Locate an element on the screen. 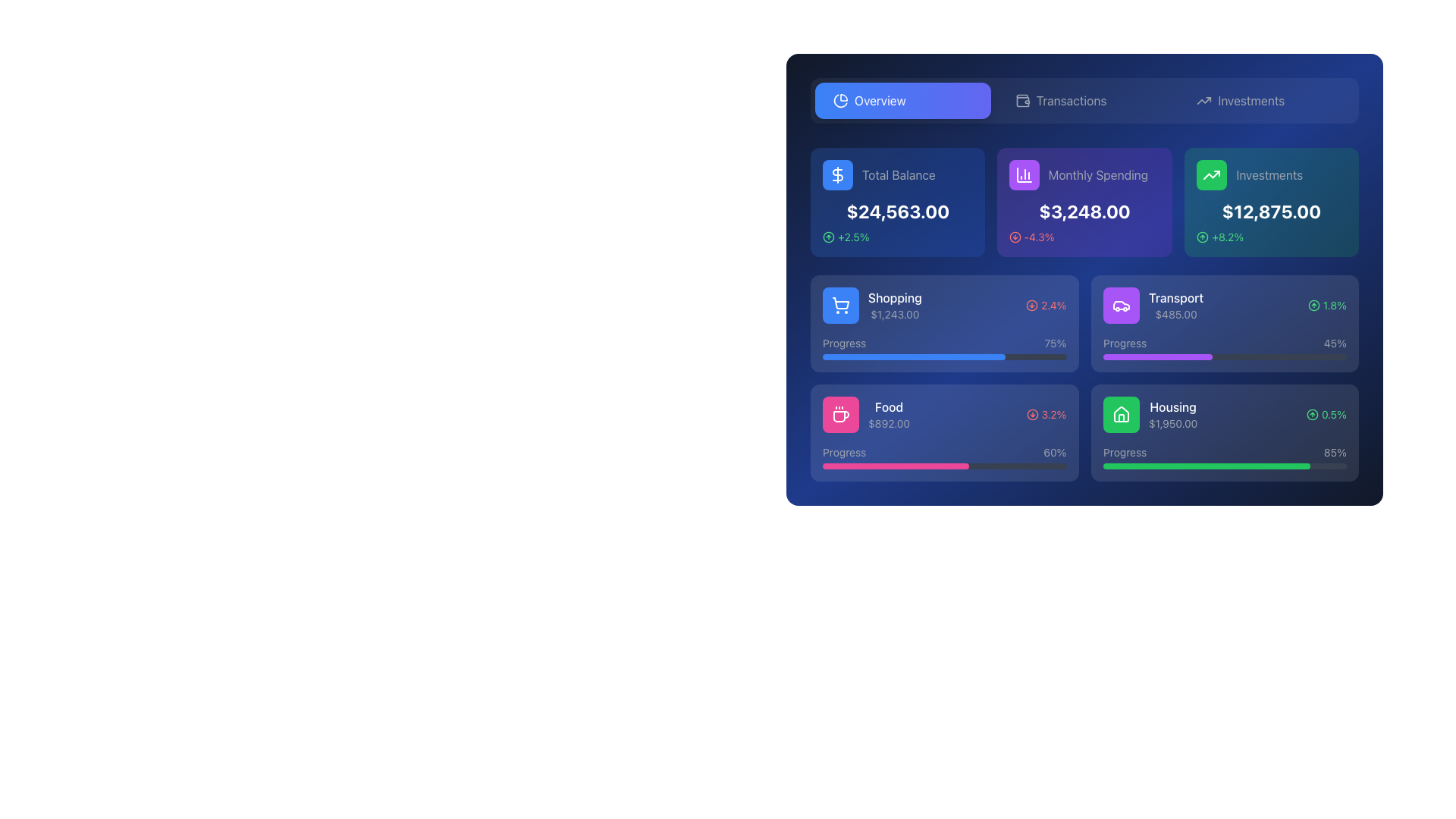 The height and width of the screenshot is (819, 1456). information displayed in the text label showing '2.4%' in red color, indicating a negative trend, located in the lower-left section of the 'Shopping' category card is located at coordinates (1053, 305).